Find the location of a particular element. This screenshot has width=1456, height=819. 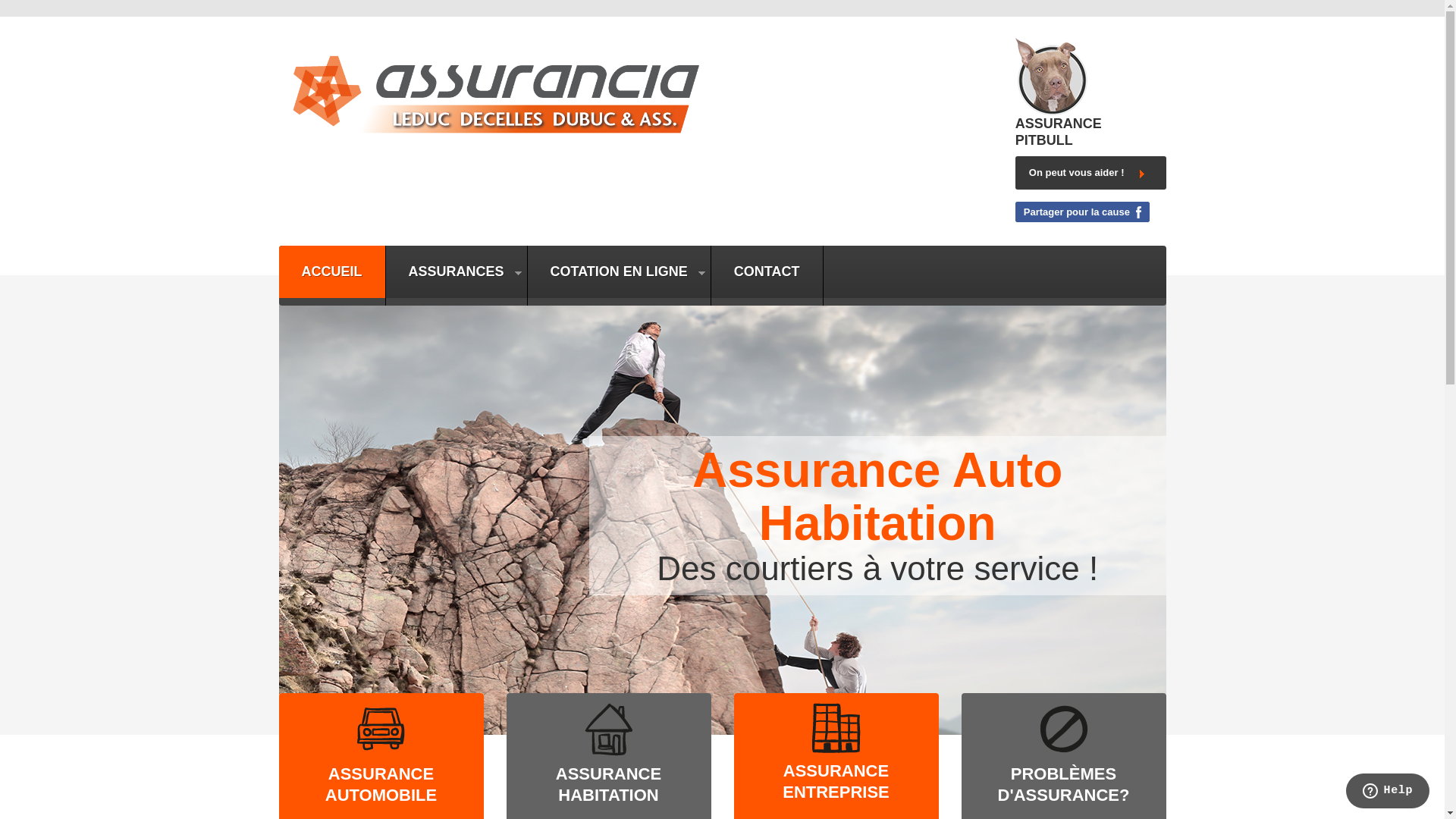

'ASSURANCE is located at coordinates (608, 784).